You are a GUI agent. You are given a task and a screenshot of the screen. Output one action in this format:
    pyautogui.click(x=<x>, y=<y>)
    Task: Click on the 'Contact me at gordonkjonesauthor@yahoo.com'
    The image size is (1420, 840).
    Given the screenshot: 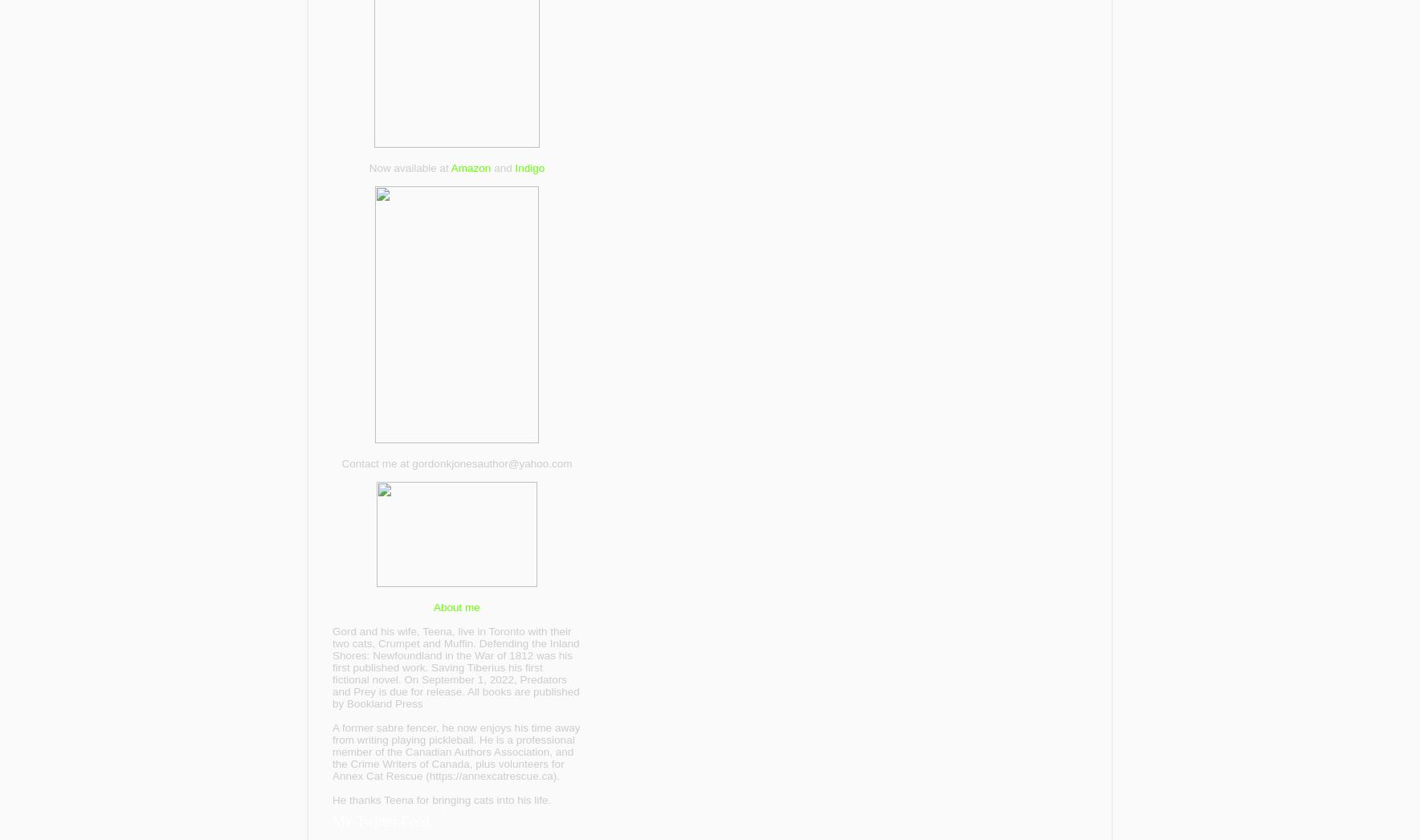 What is the action you would take?
    pyautogui.click(x=455, y=463)
    